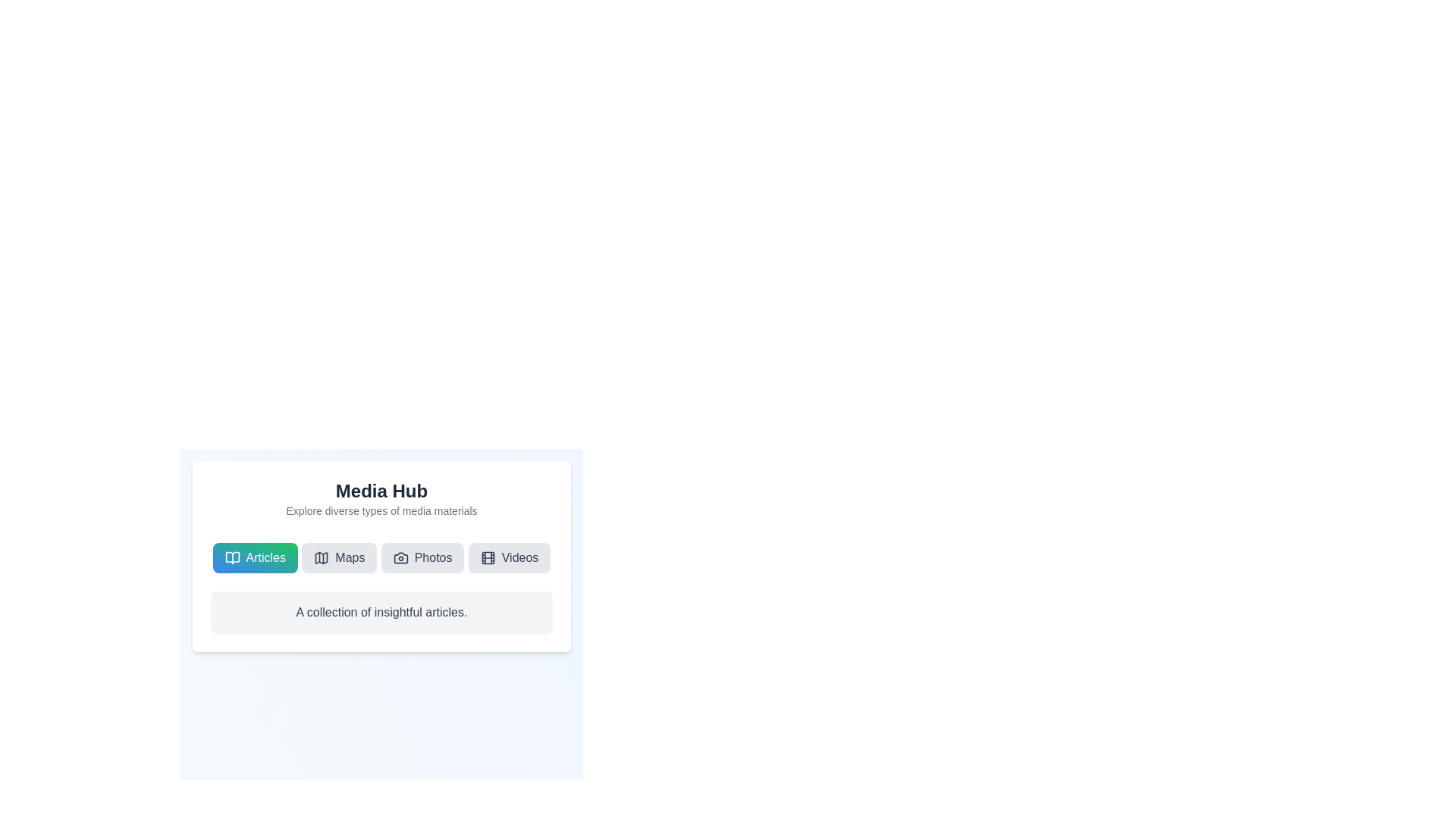 This screenshot has width=1456, height=819. I want to click on the 'Maps' icon, which is located to the left of the label text 'Maps' within its button in a group of similar buttons, so click(321, 558).